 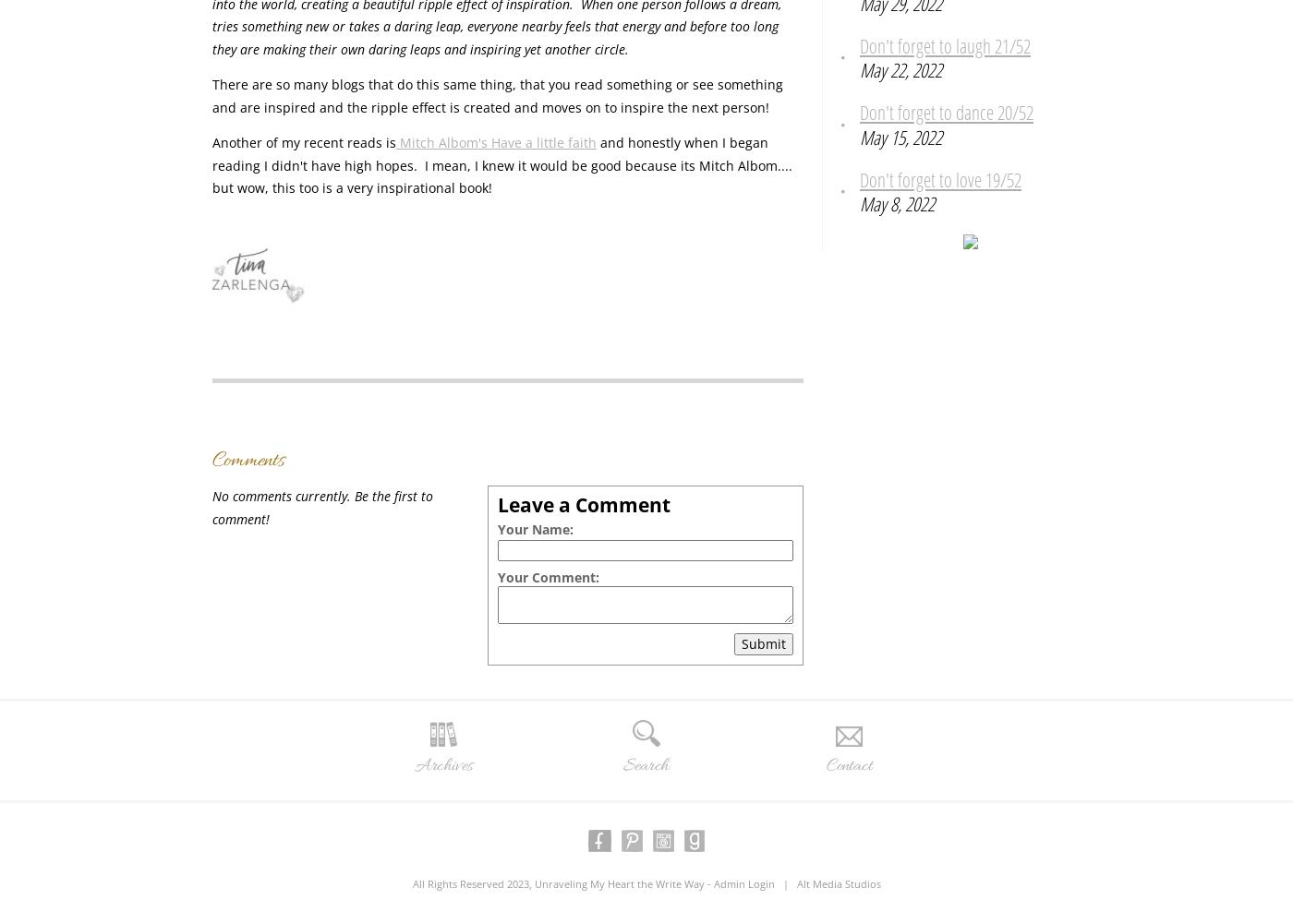 I want to click on 'Don't forget to dance 20/52', so click(x=946, y=112).